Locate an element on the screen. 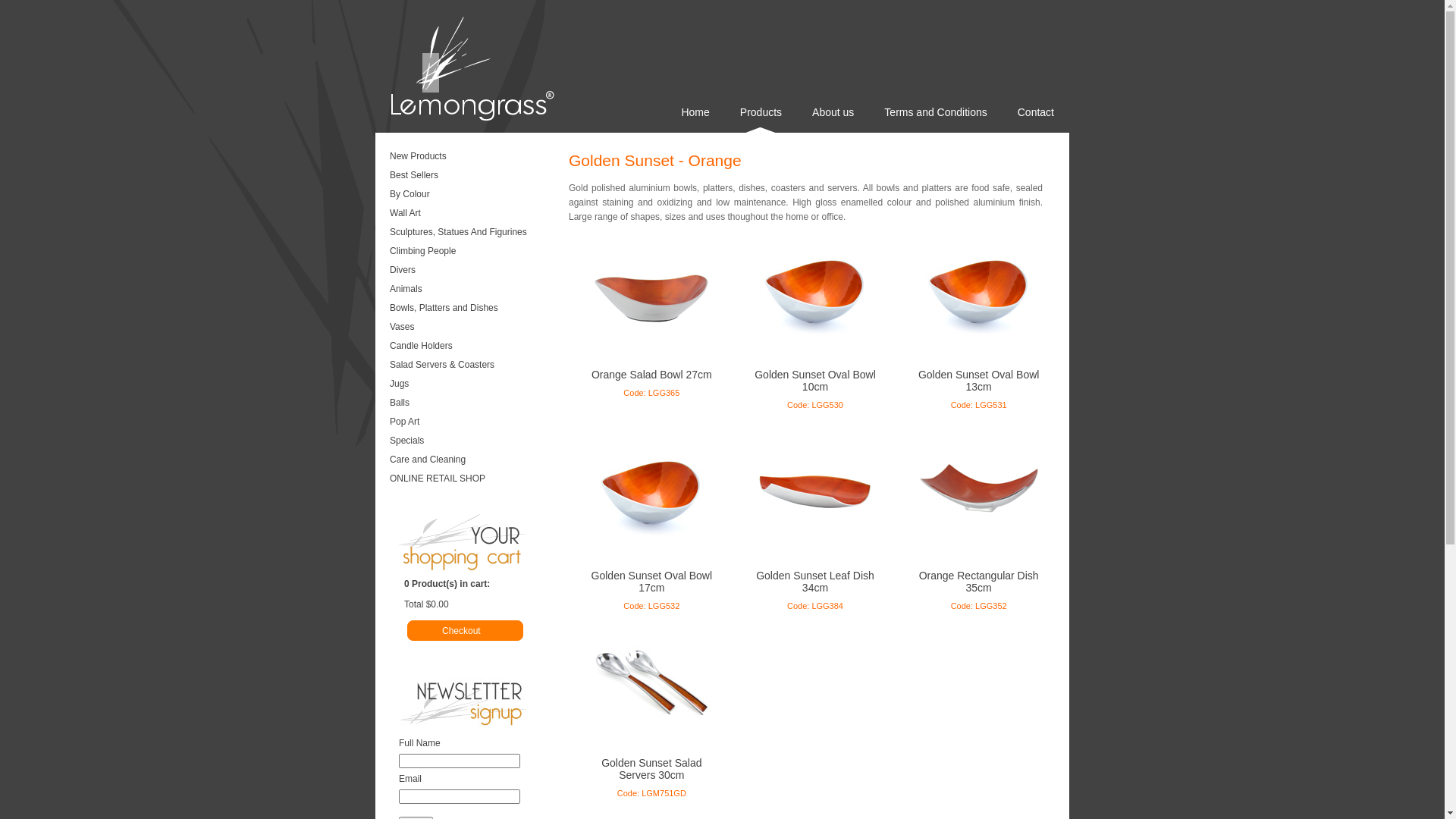 The height and width of the screenshot is (819, 1456). 'Care and Cleaning' is located at coordinates (386, 460).